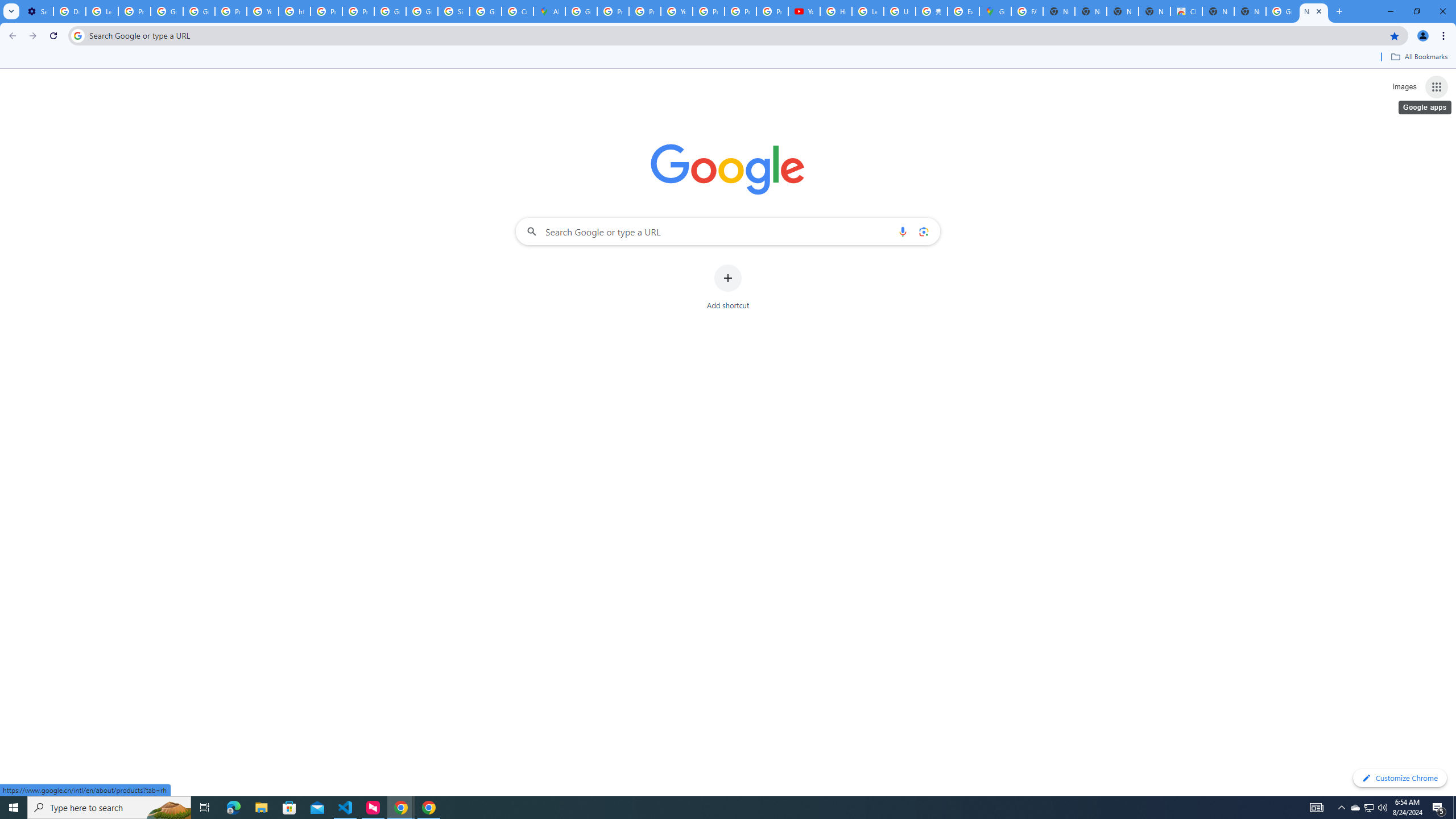  Describe the element at coordinates (1314, 11) in the screenshot. I see `'New Tab'` at that location.